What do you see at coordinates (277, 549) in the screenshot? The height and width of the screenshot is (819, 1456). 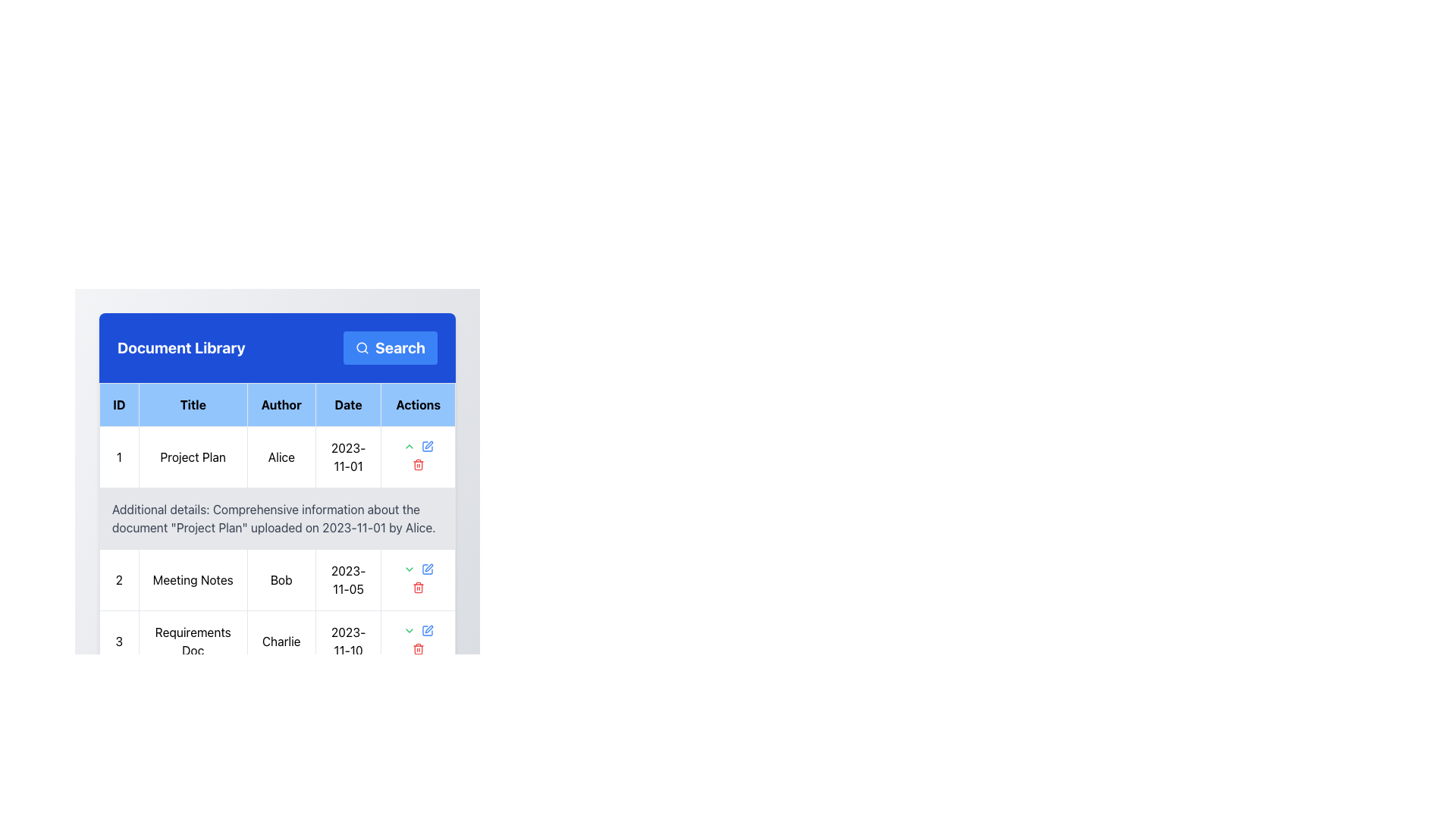 I see `the text block that provides detailed information about the document labeled 'Project Plan' located within the table cell` at bounding box center [277, 549].